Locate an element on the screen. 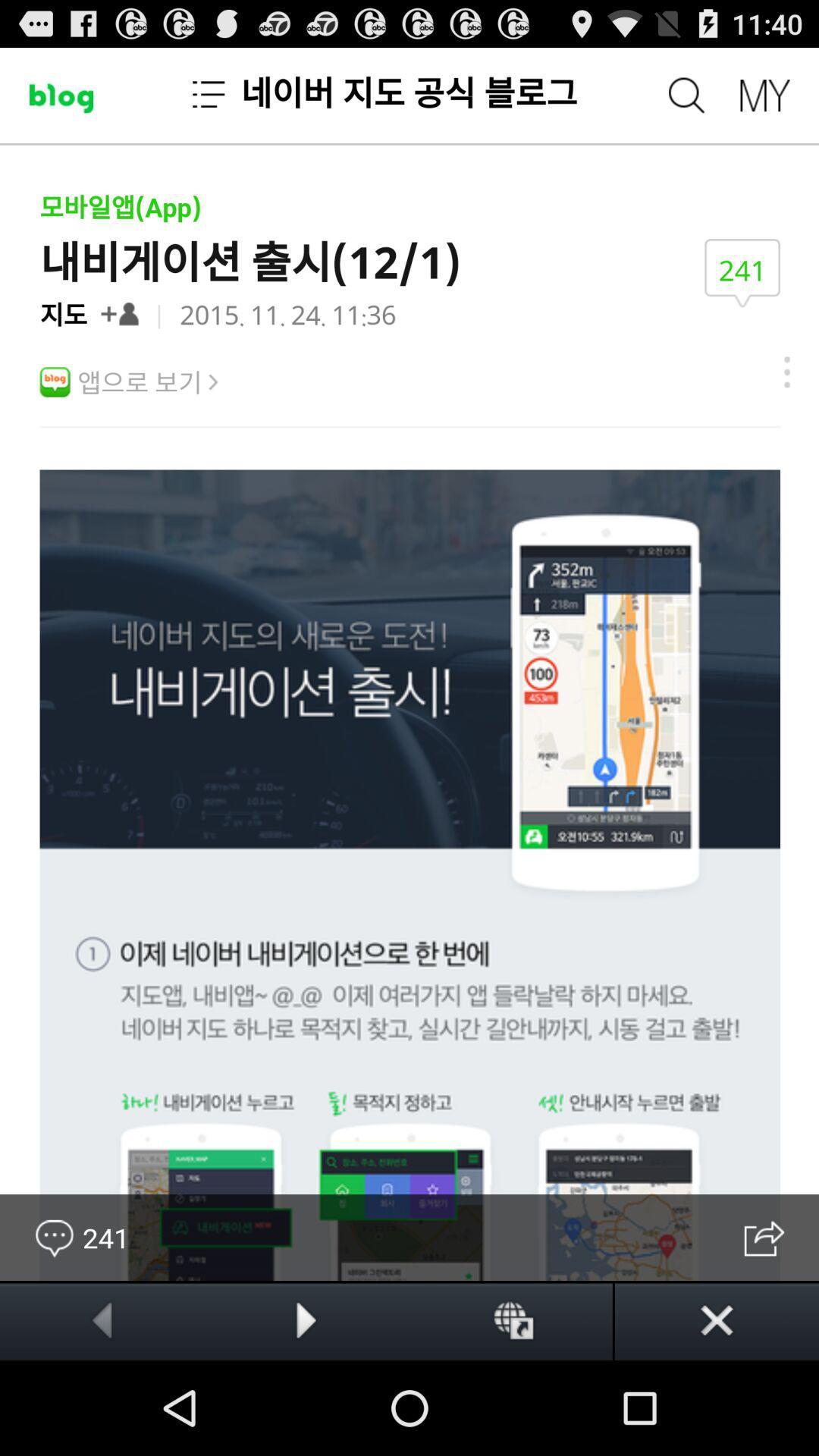 The image size is (819, 1456). the arrow_backward icon is located at coordinates (102, 1412).